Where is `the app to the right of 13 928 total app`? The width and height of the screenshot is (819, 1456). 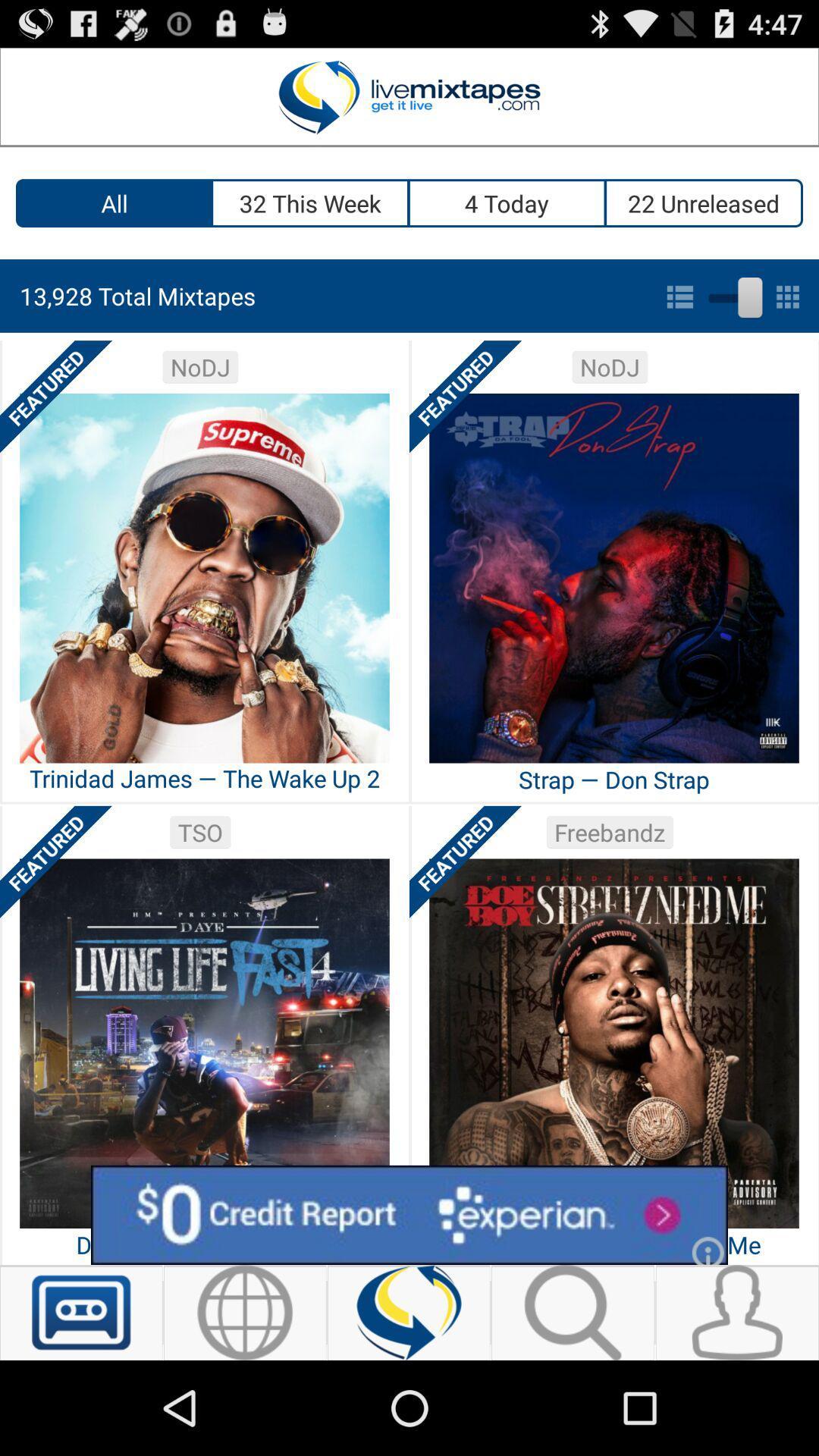
the app to the right of 13 928 total app is located at coordinates (732, 294).